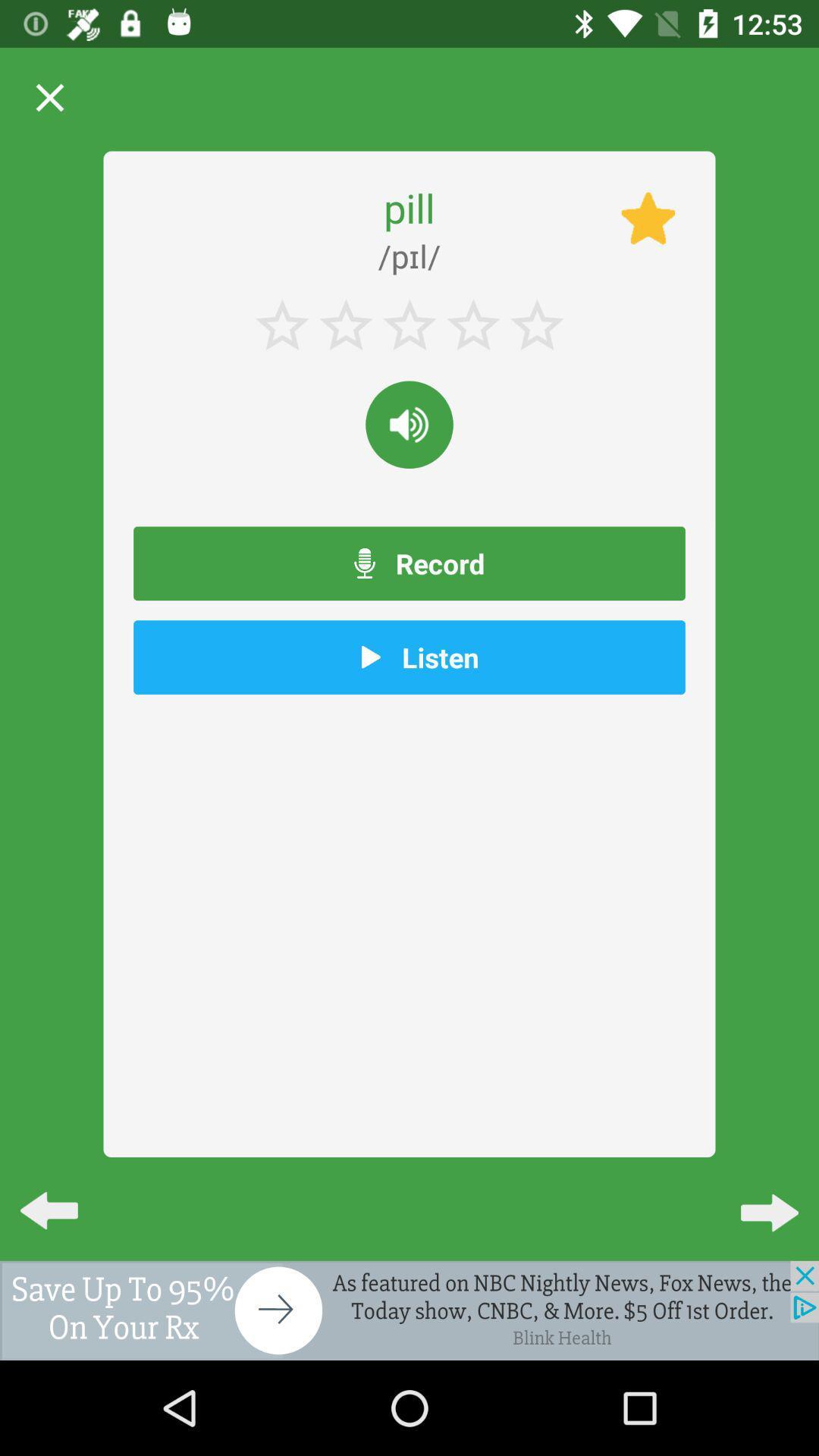 The width and height of the screenshot is (819, 1456). What do you see at coordinates (409, 425) in the screenshot?
I see `sound` at bounding box center [409, 425].